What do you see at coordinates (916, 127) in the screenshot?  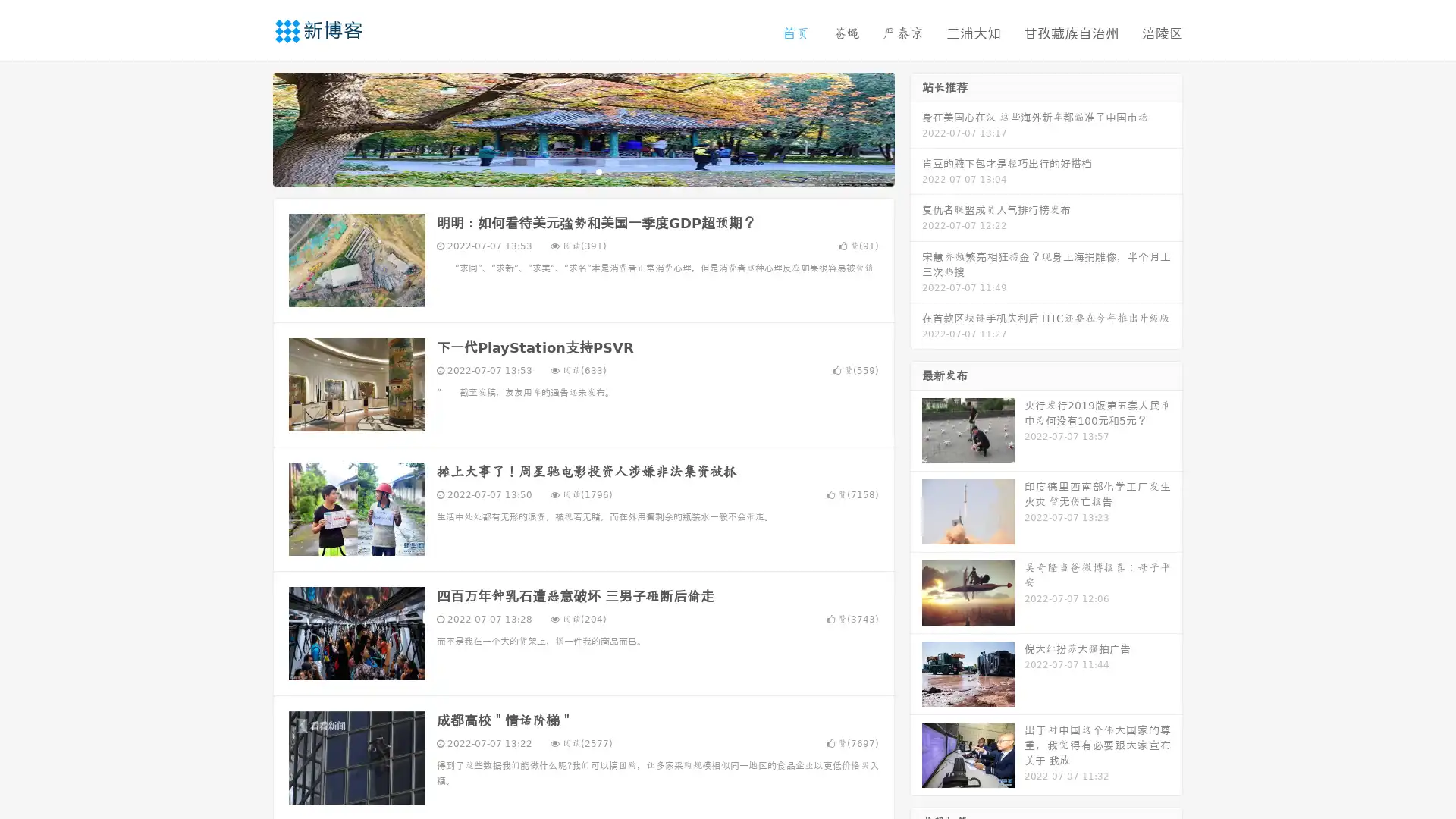 I see `Next slide` at bounding box center [916, 127].